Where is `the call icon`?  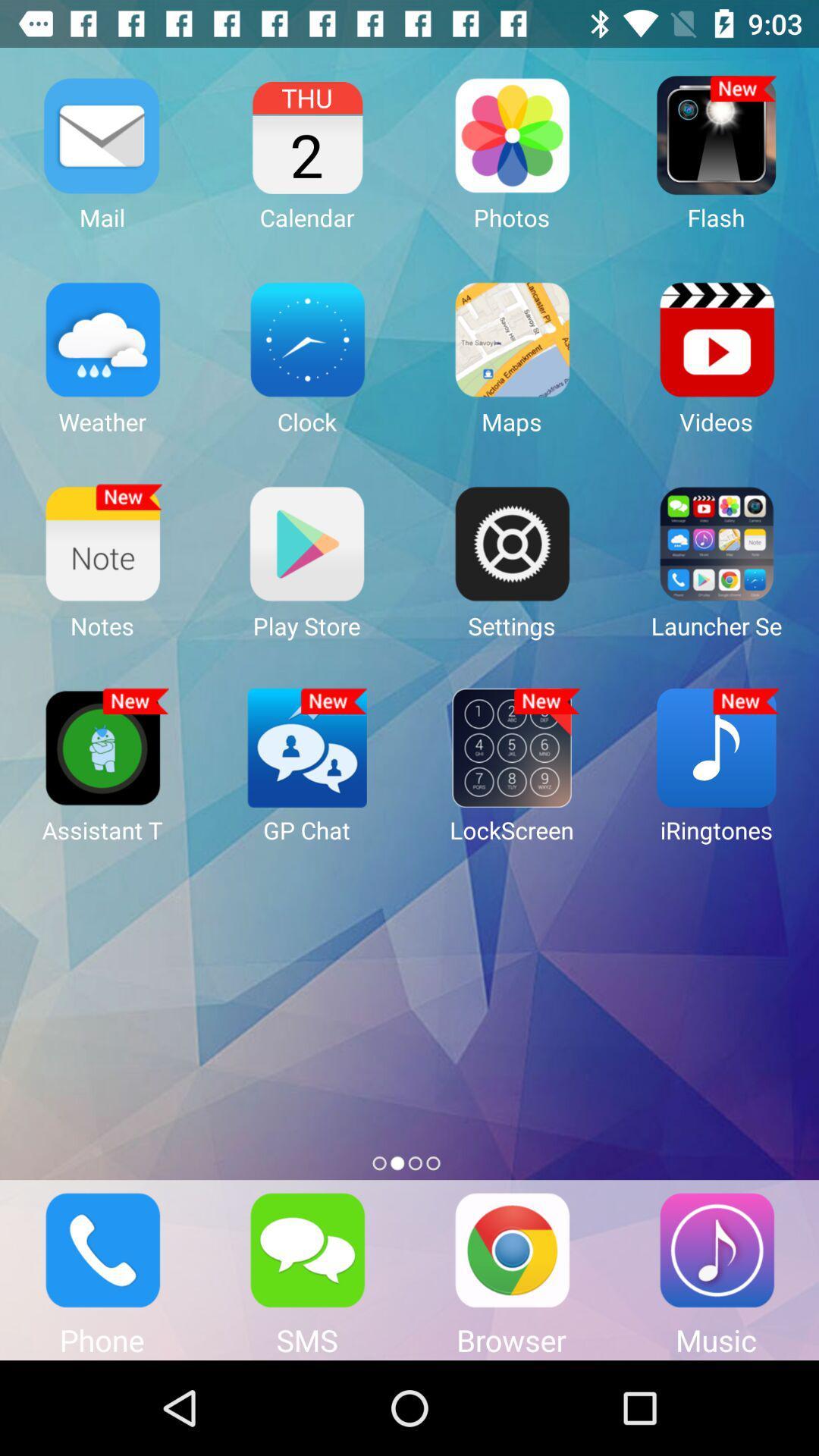 the call icon is located at coordinates (102, 1250).